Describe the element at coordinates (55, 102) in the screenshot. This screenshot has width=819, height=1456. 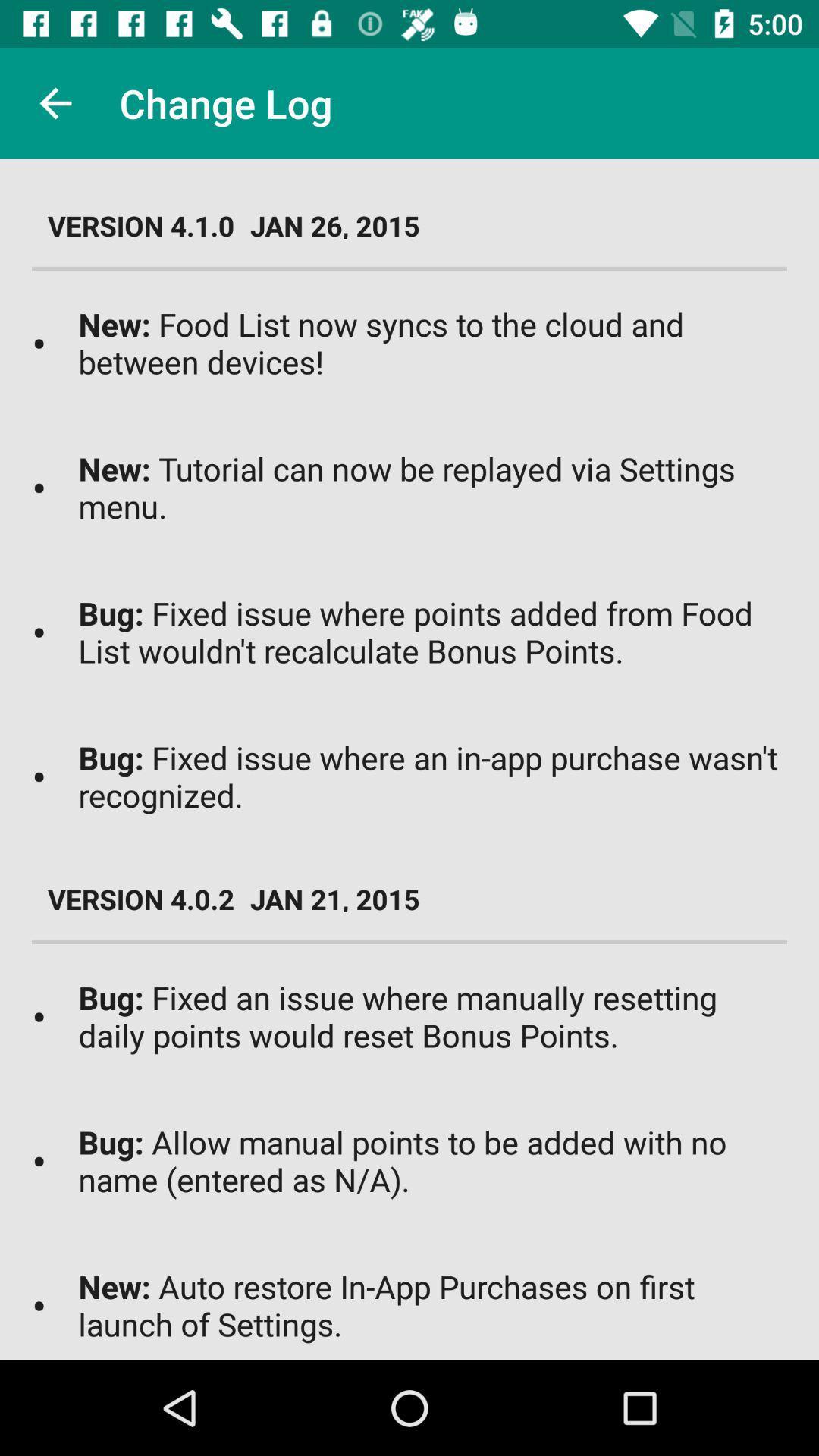
I see `item next to change log` at that location.